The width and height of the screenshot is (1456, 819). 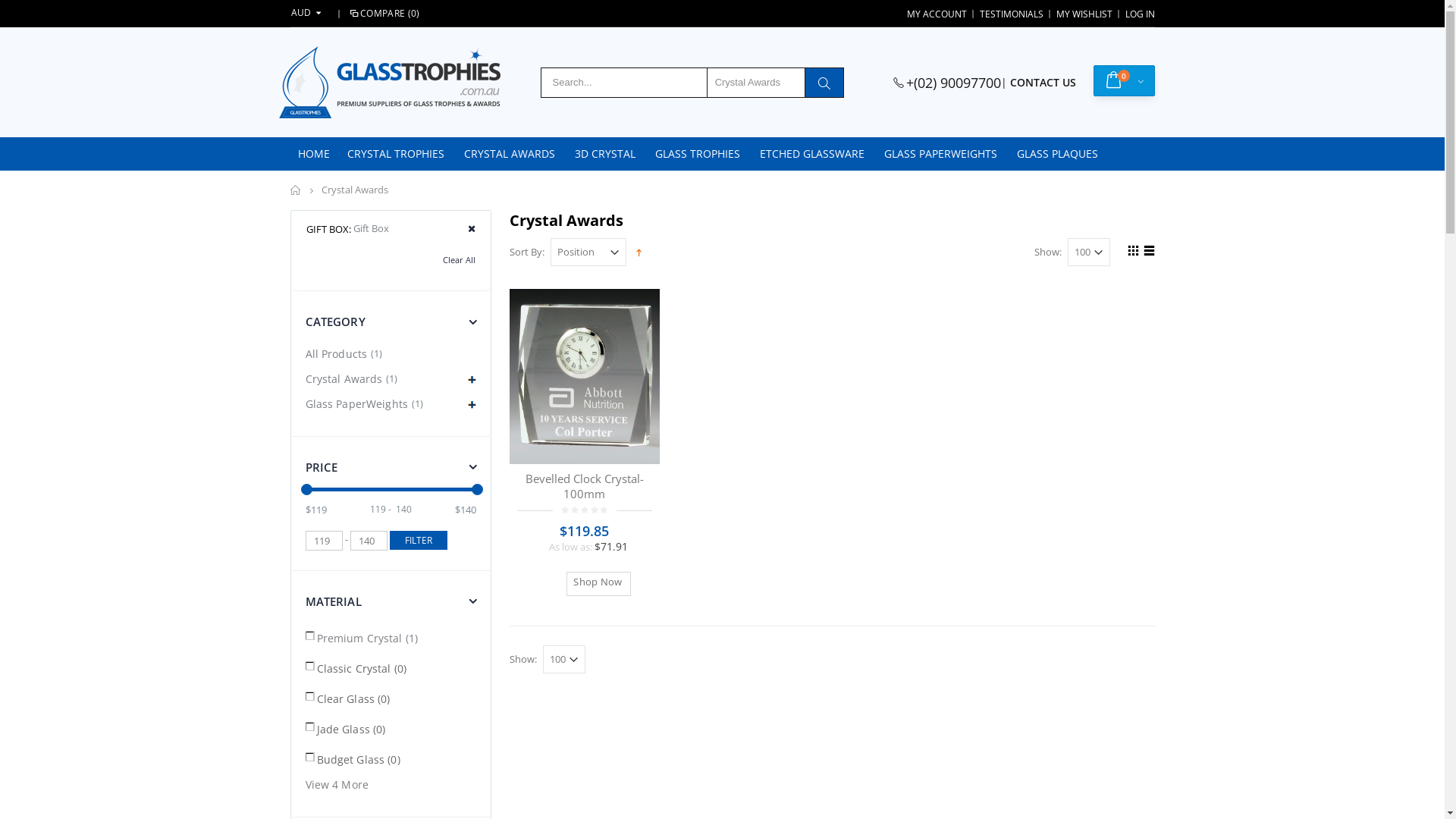 I want to click on 'COMPARE (0)', so click(x=383, y=14).